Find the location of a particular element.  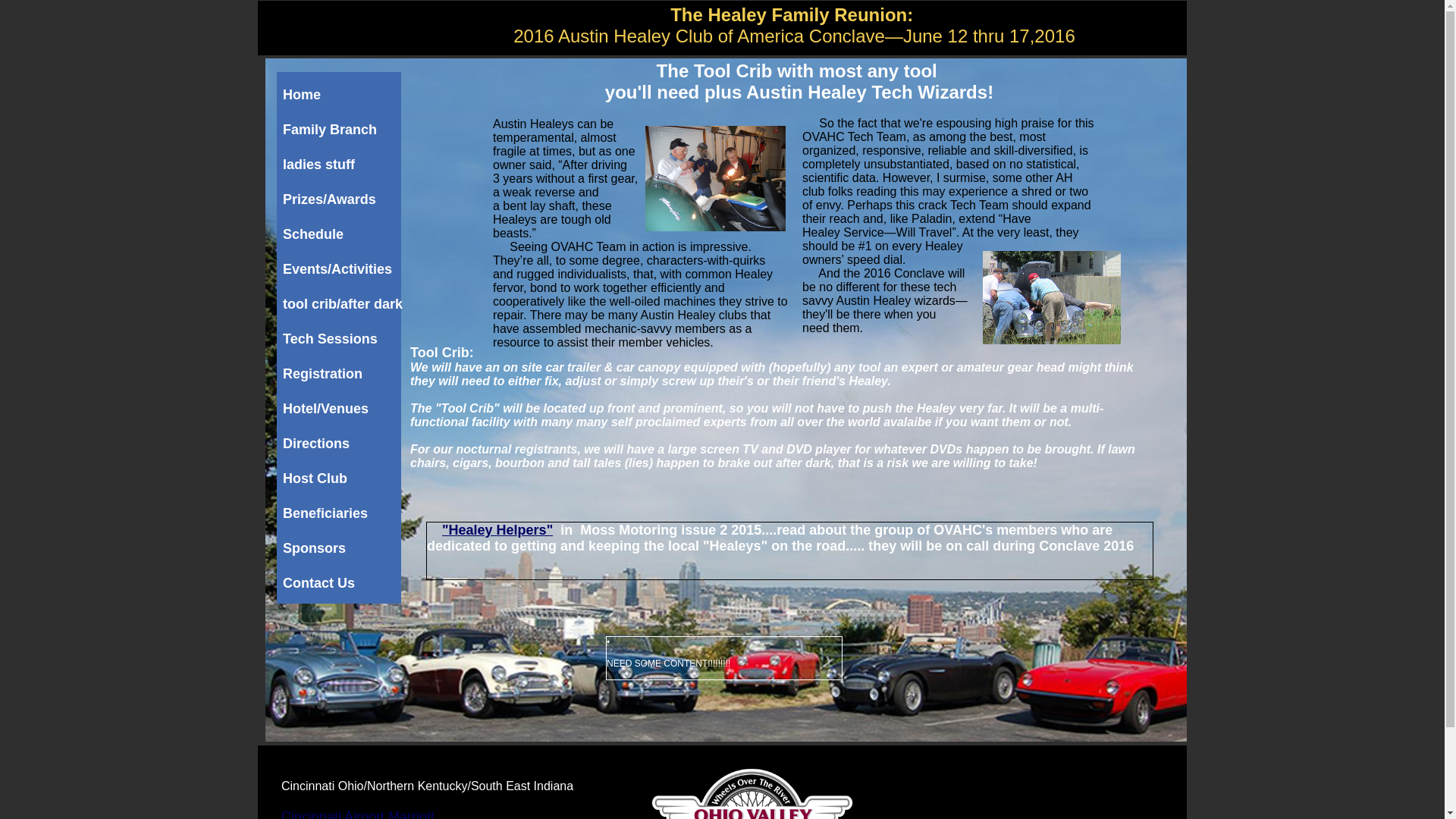

'Prizes/Awards' is located at coordinates (341, 199).